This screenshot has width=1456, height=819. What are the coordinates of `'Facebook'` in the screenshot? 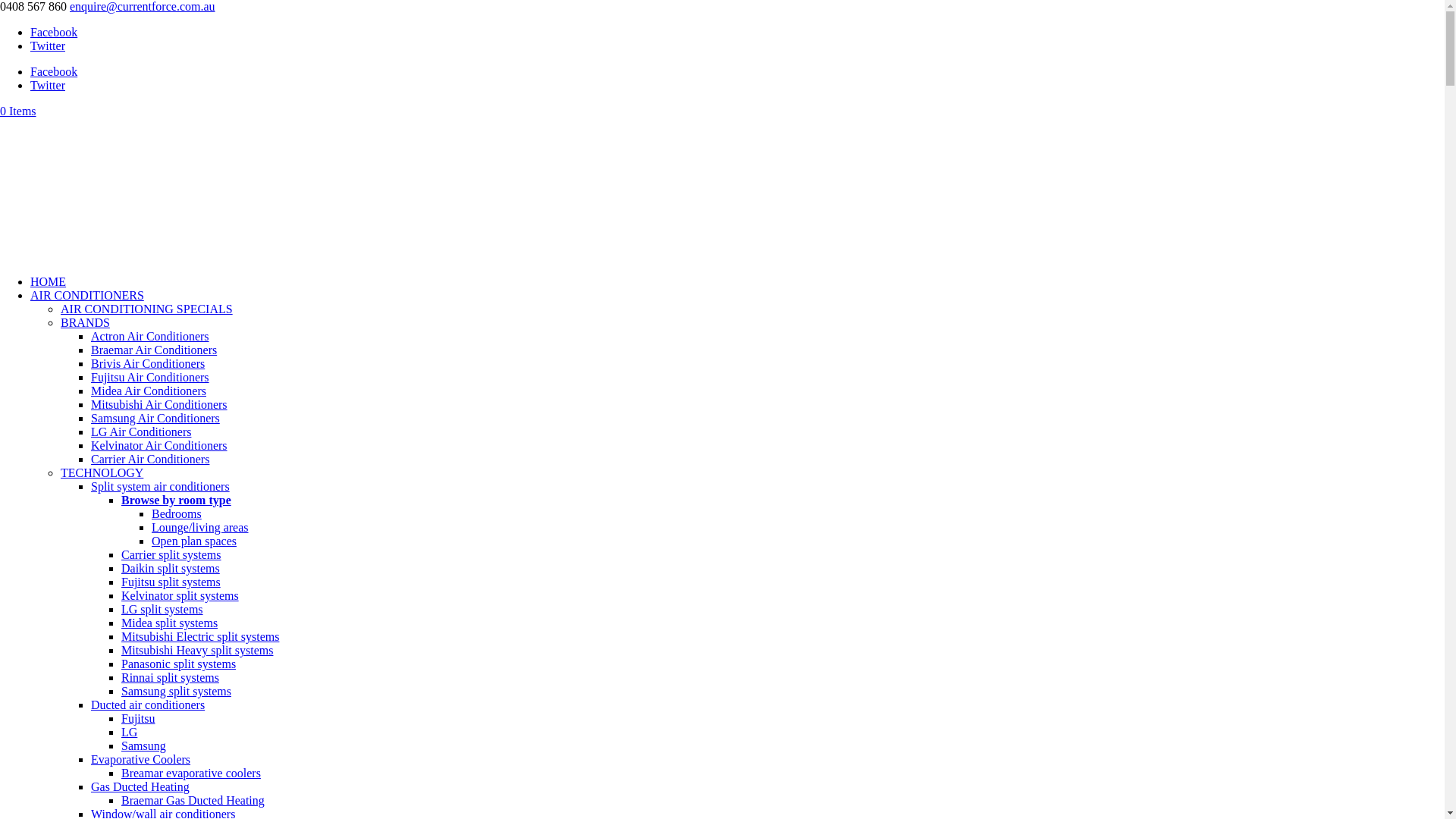 It's located at (54, 71).